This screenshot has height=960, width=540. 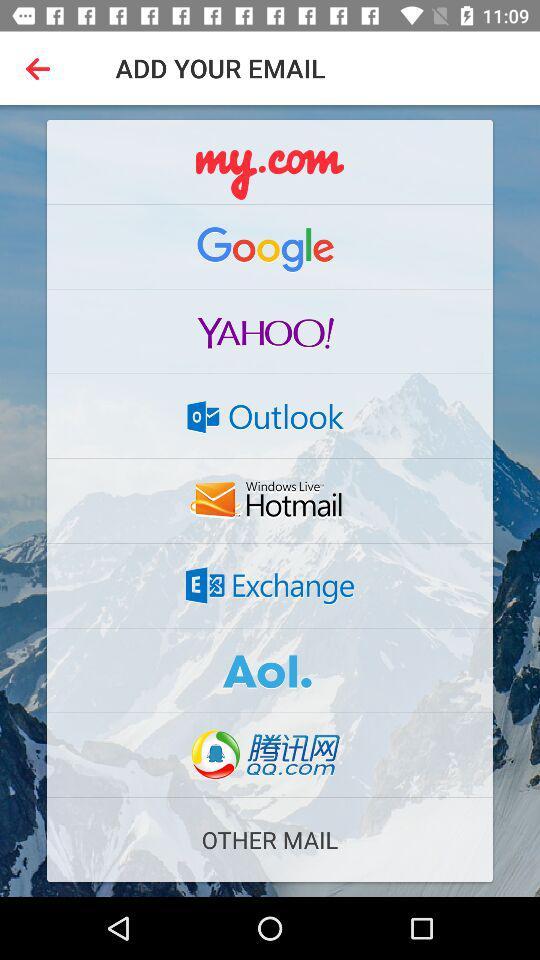 I want to click on yahoo, so click(x=270, y=331).